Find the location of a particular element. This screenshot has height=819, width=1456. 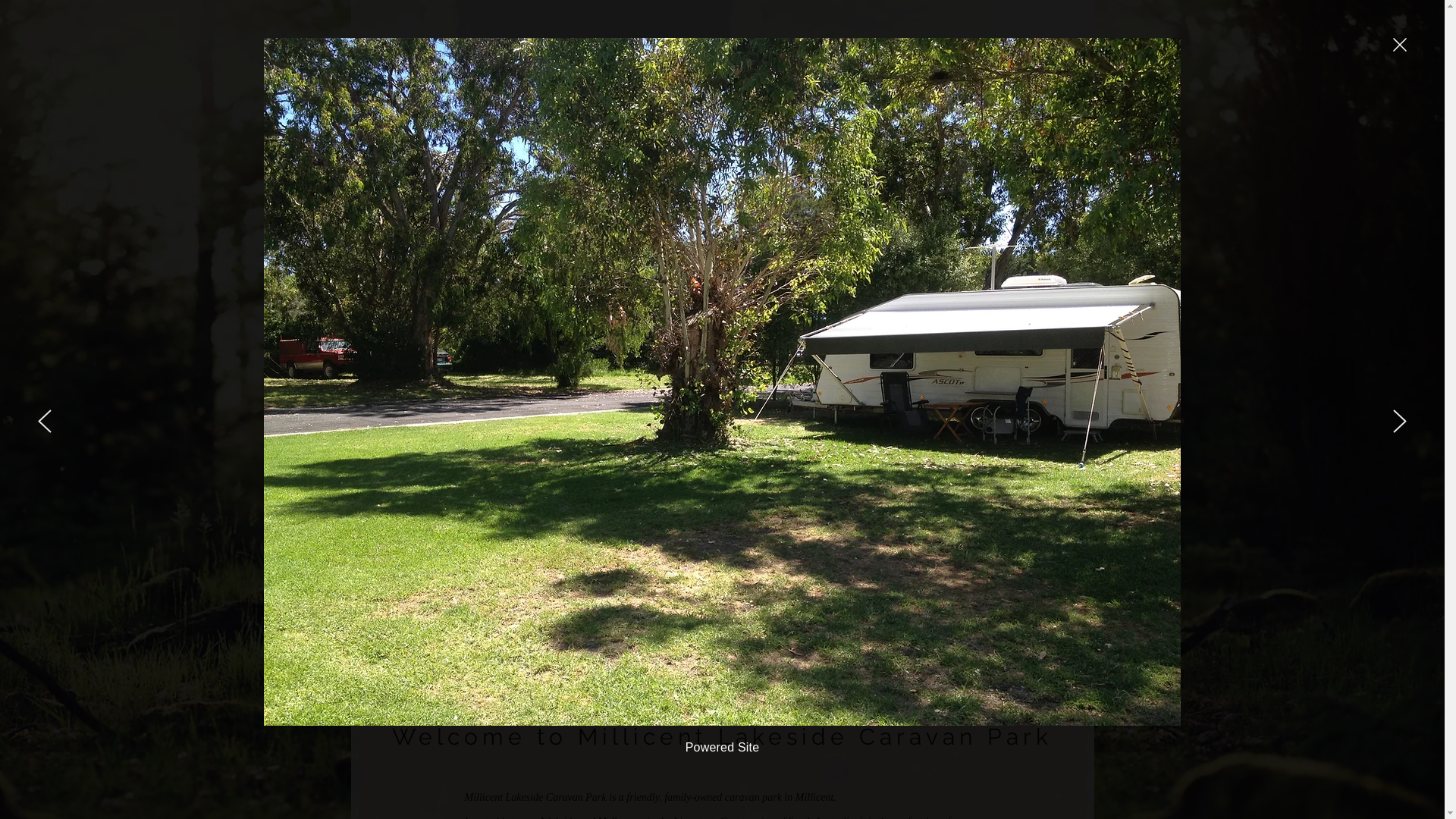

'HOME' is located at coordinates (664, 227).